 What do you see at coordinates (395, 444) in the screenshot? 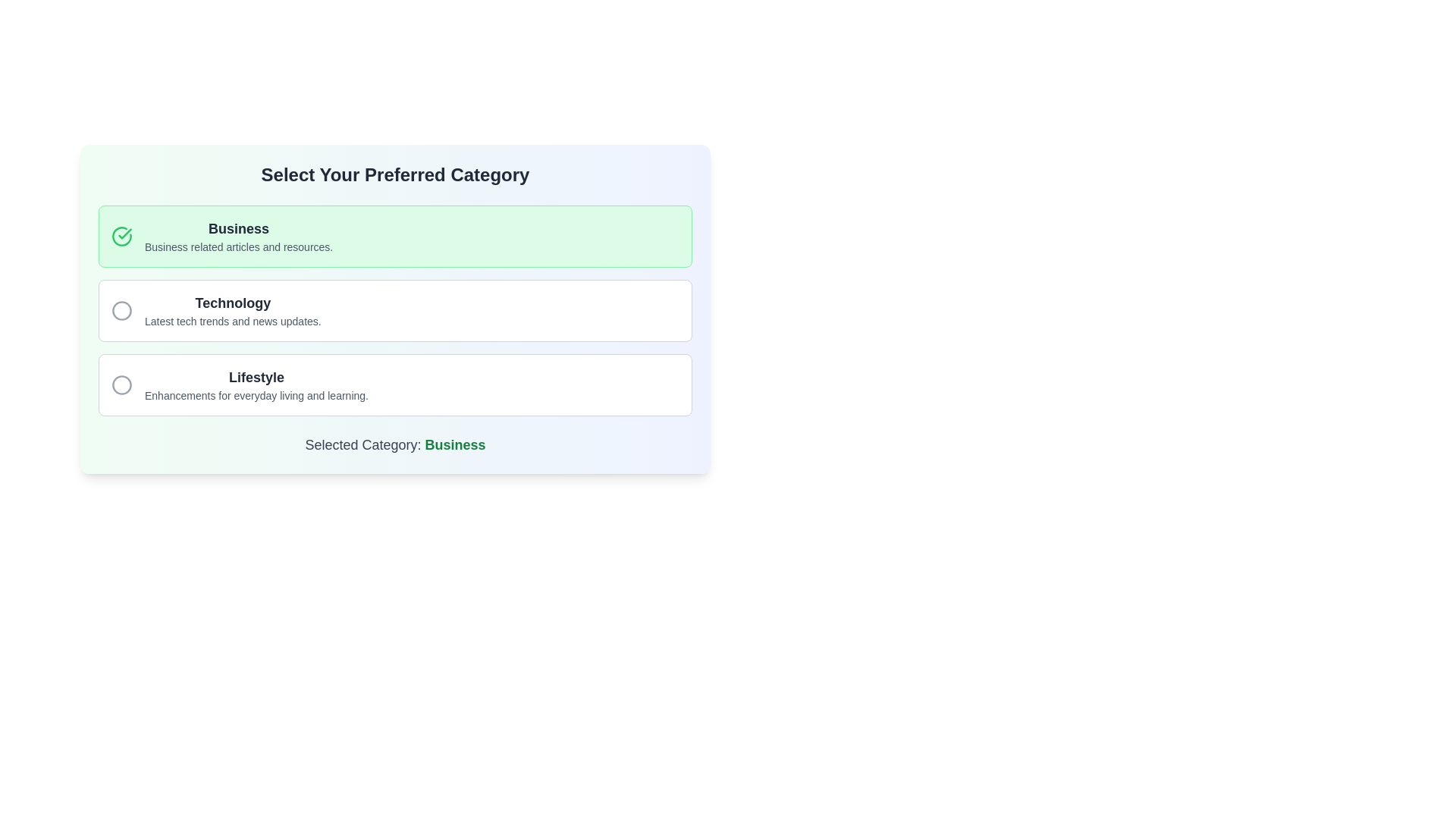
I see `displayed category from the static text label that says 'Selected Category: Business' in the footer area of the selection card layout` at bounding box center [395, 444].